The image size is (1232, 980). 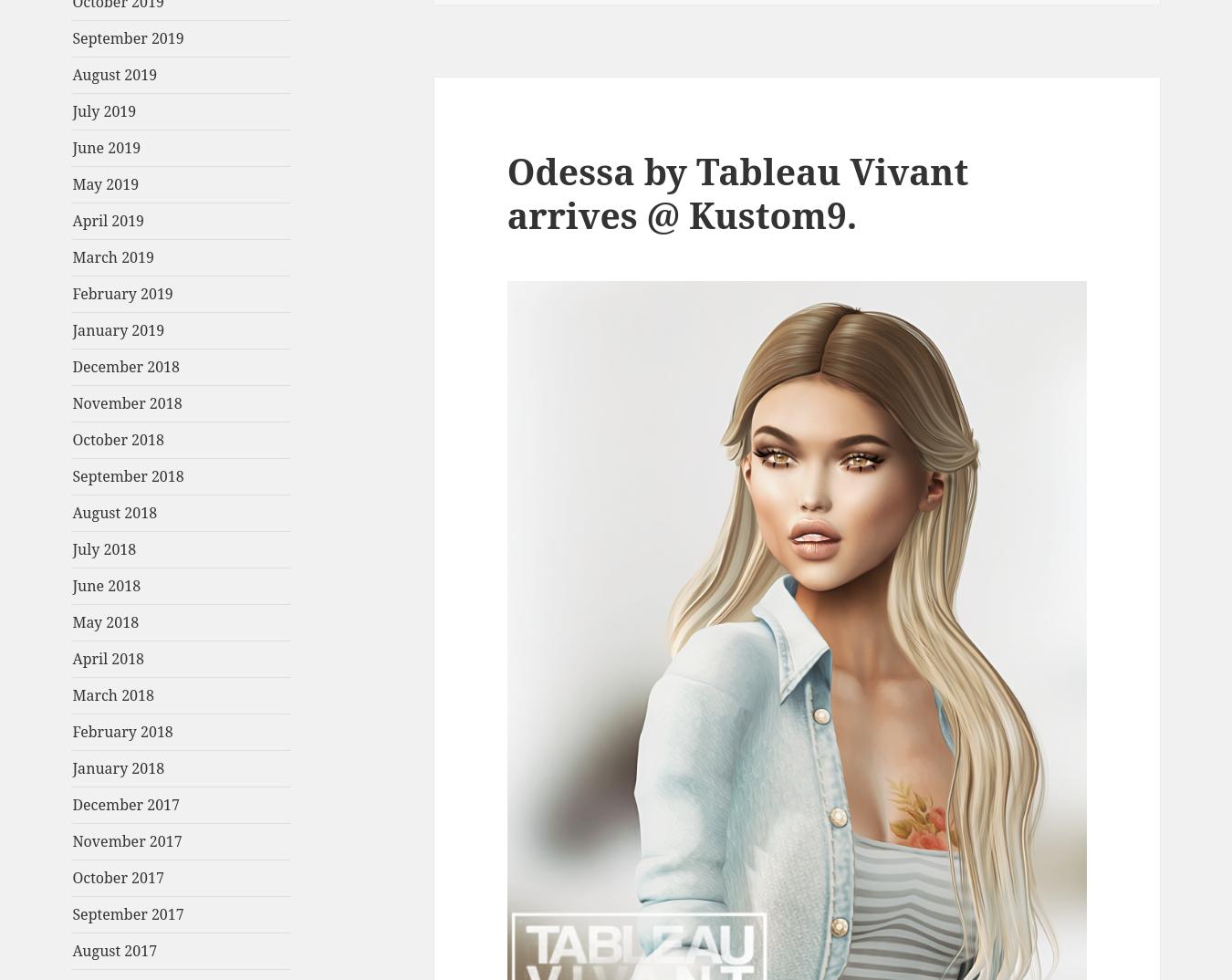 I want to click on 'February 2018', so click(x=122, y=730).